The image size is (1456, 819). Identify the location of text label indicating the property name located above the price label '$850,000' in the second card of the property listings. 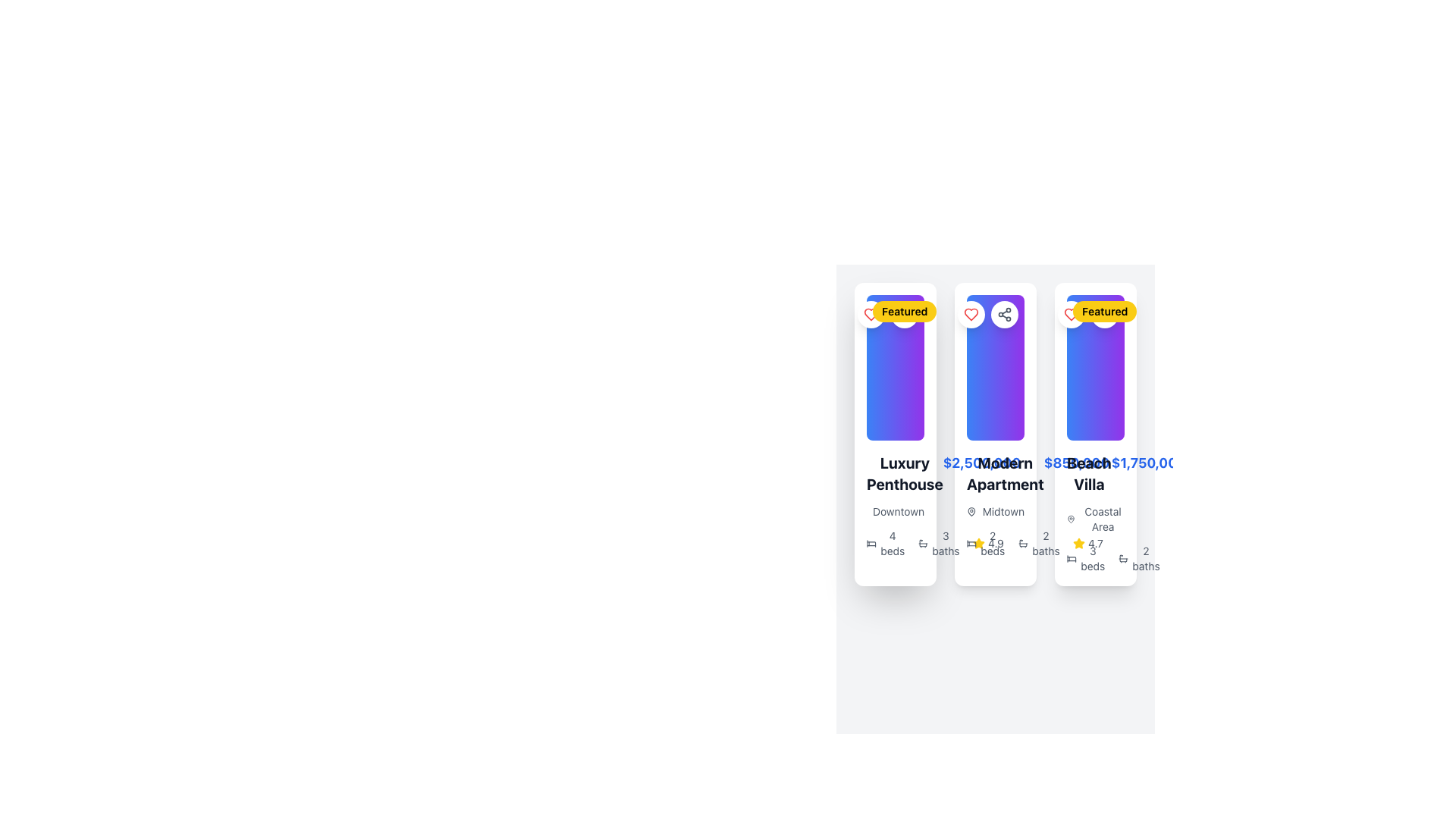
(1005, 472).